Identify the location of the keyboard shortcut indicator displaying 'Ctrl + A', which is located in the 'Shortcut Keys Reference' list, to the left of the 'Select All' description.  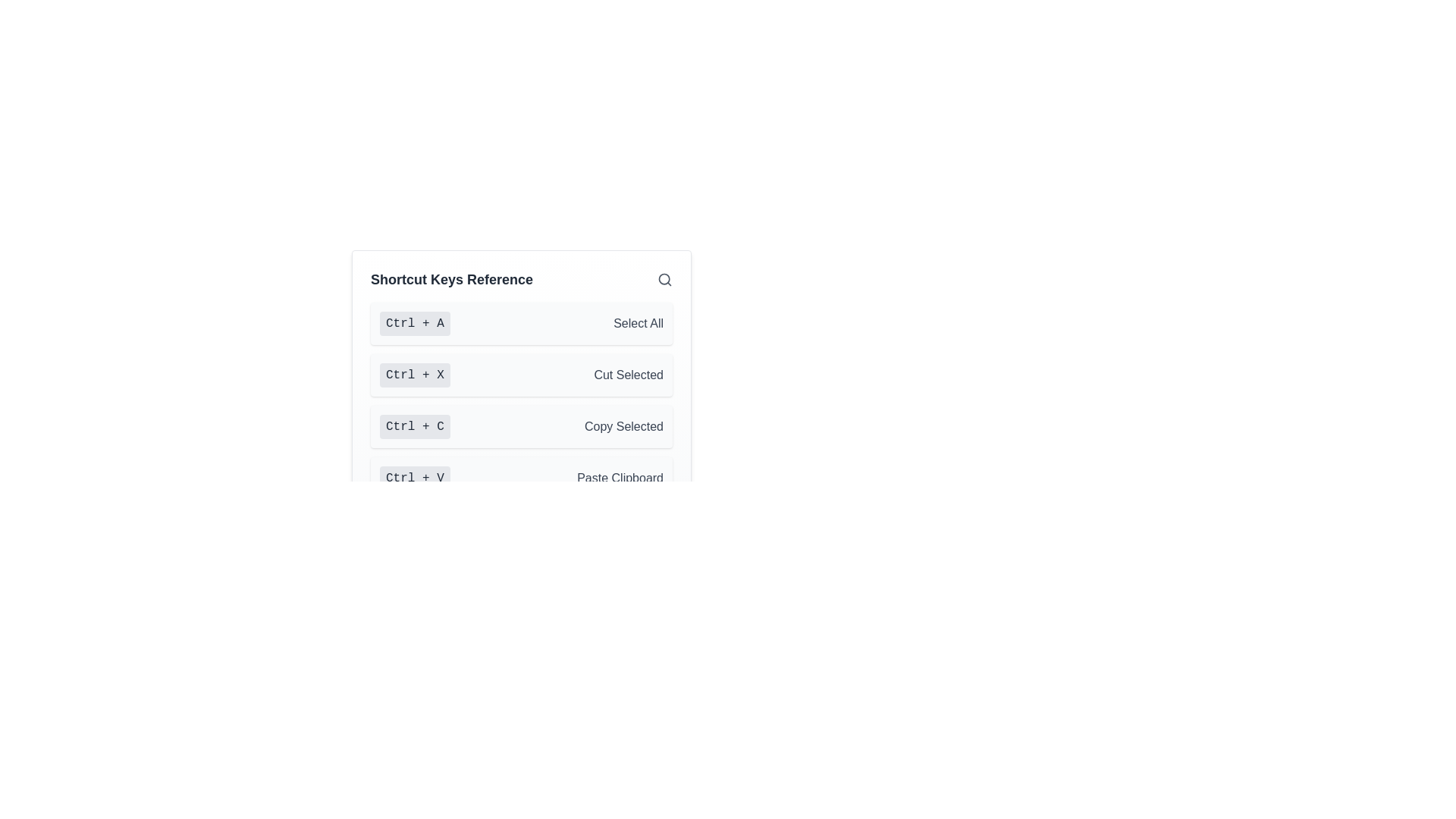
(415, 323).